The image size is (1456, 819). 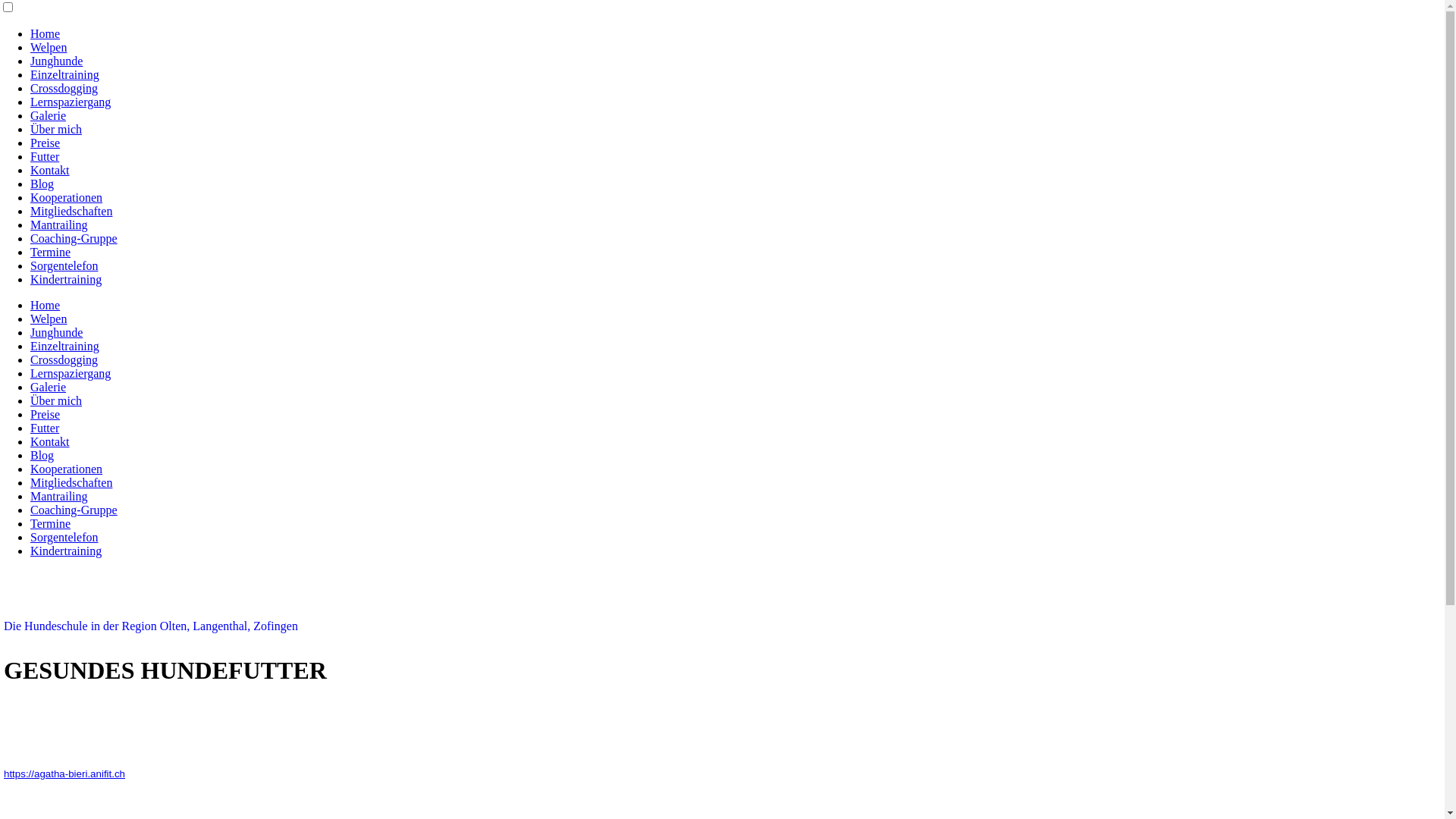 I want to click on 'Galerie', so click(x=30, y=115).